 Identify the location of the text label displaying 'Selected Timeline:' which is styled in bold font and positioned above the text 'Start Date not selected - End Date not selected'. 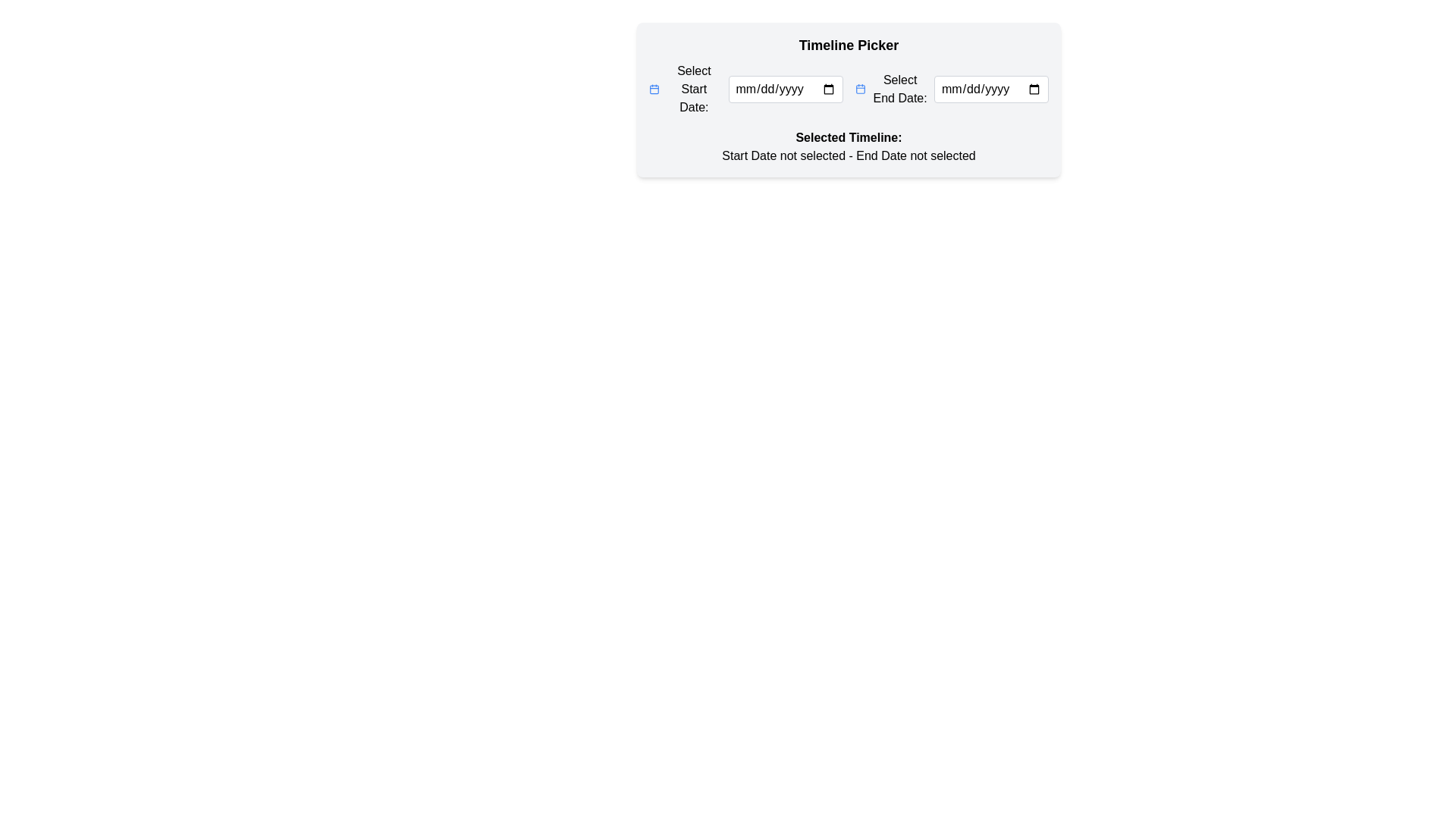
(848, 137).